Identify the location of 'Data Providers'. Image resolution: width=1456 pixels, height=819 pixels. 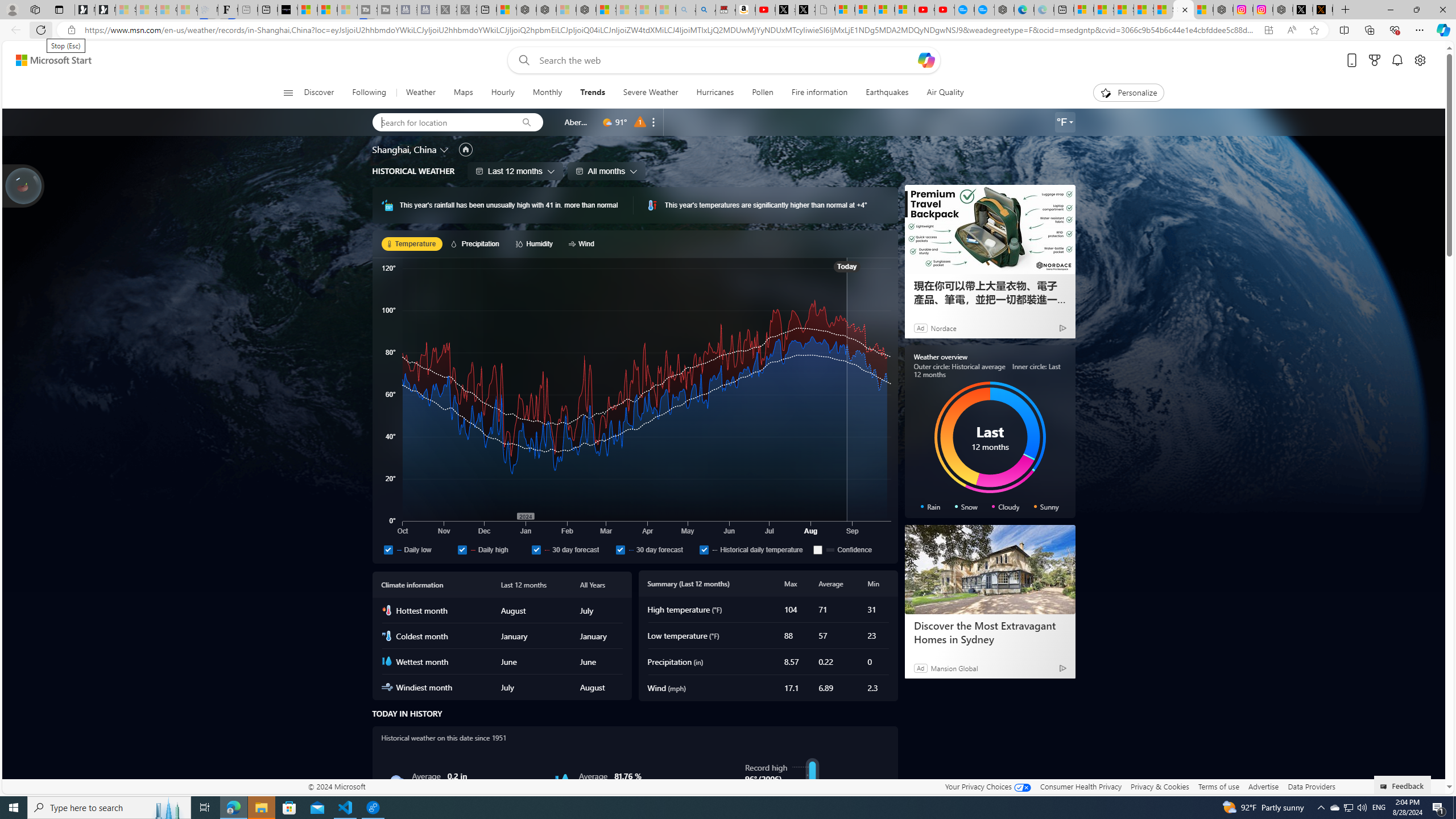
(1310, 786).